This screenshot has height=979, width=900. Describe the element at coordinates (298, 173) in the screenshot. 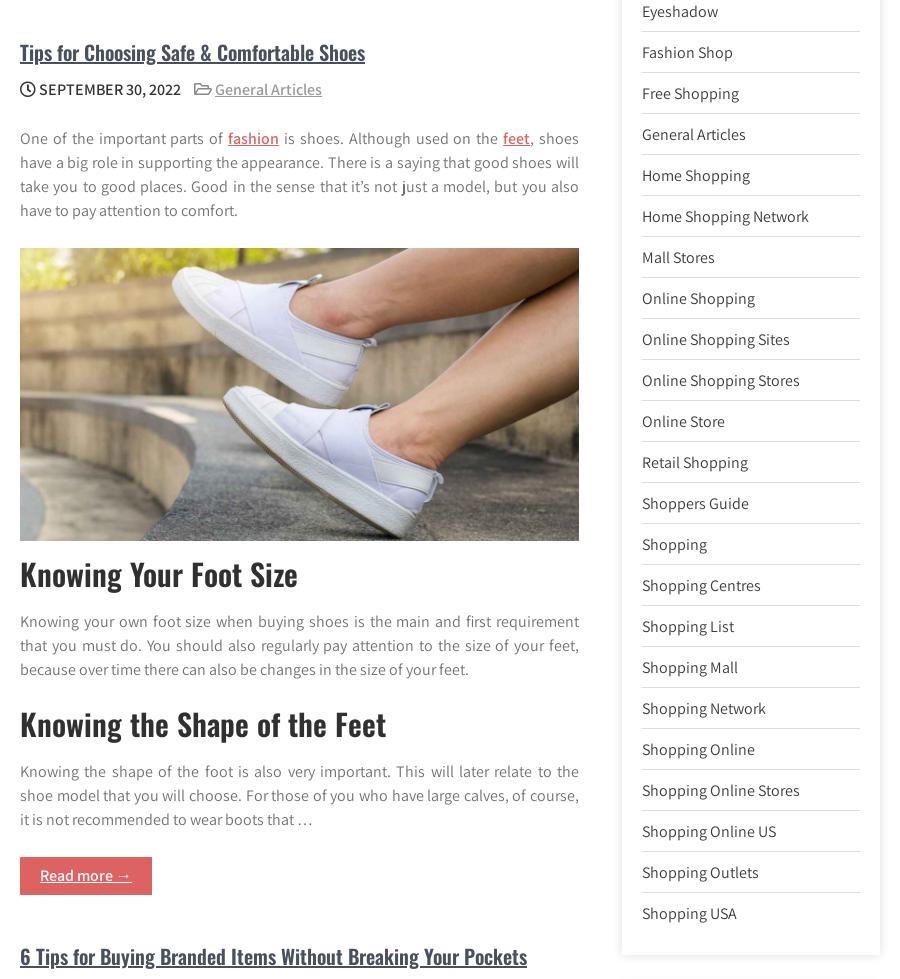

I see `', shoes have a big role in supporting the appearance. There is a saying that good shoes will take you to good places. Good in the sense that it’s not just a model, but you also have to pay attention to comfort.'` at that location.